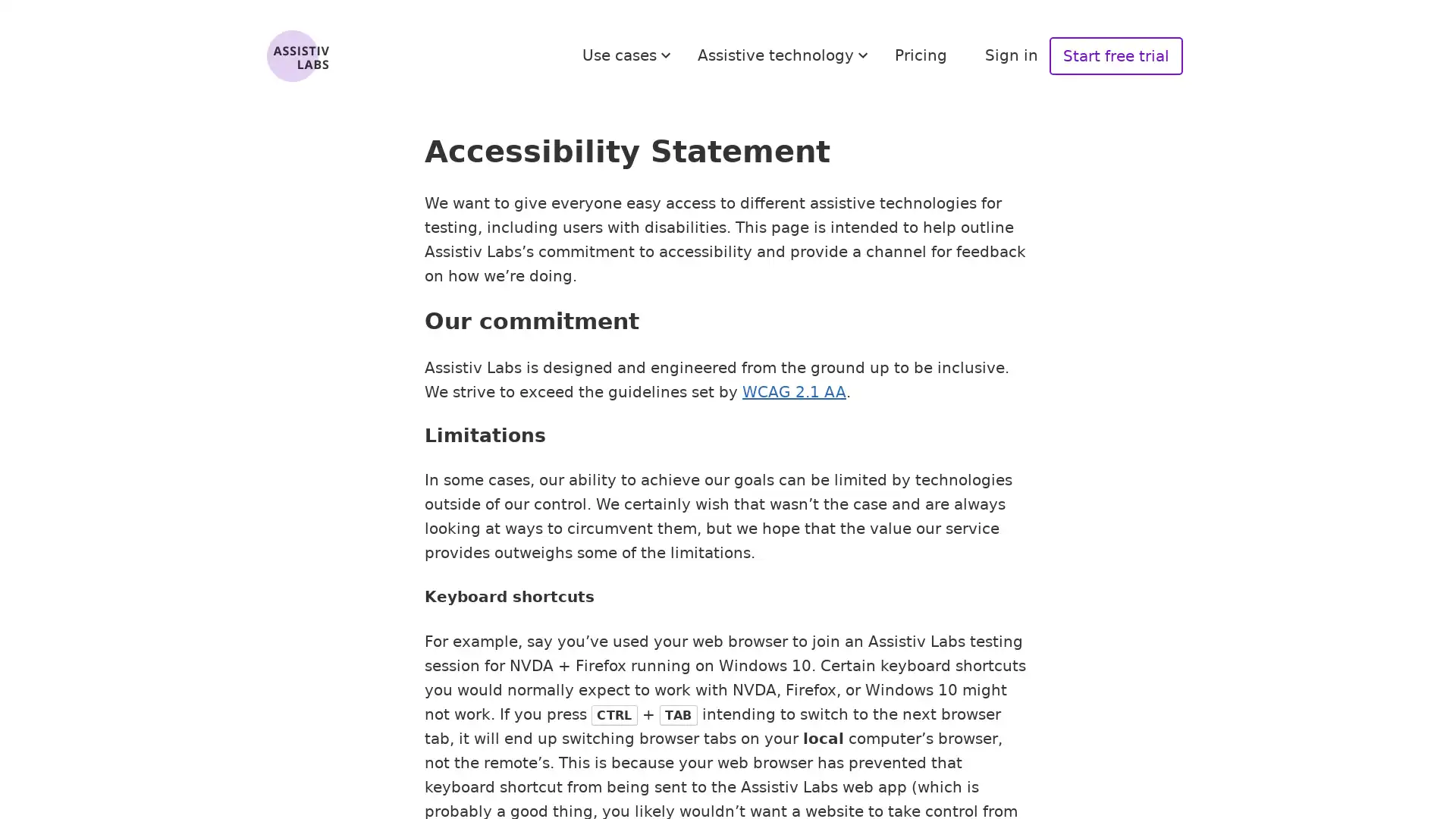 The image size is (1456, 819). I want to click on Use cases, so click(629, 55).